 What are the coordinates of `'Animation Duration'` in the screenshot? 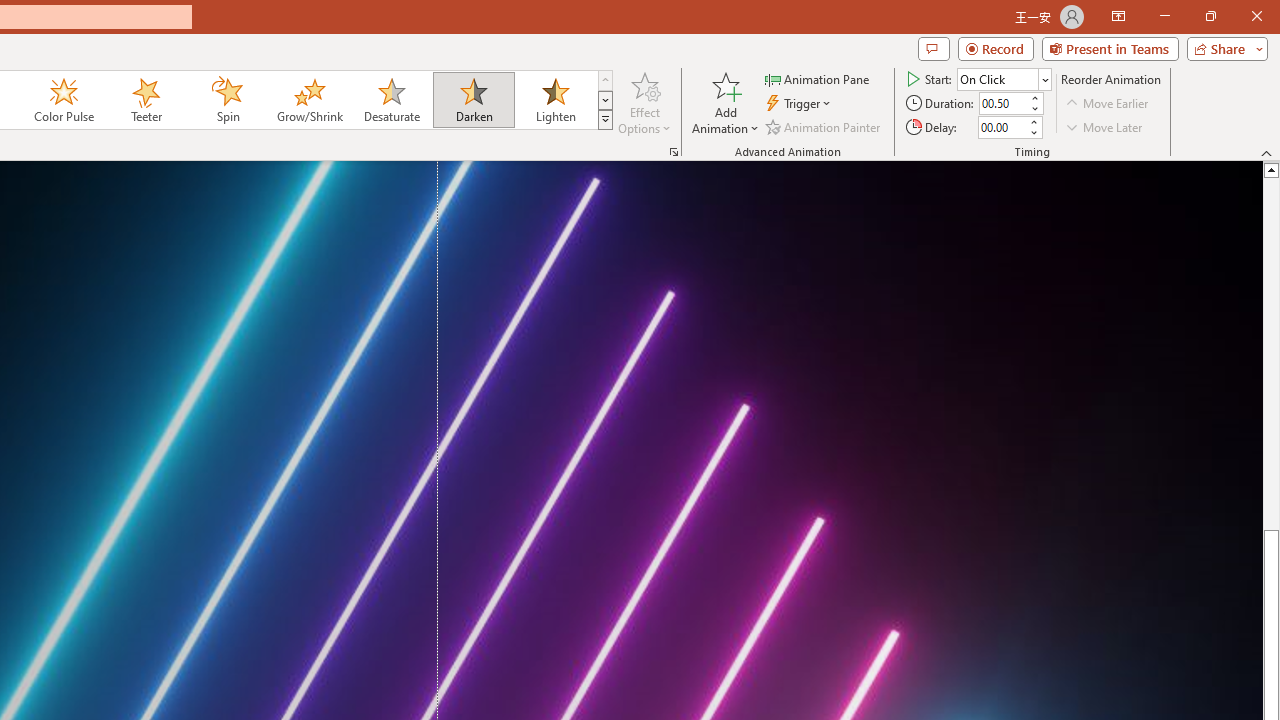 It's located at (1003, 103).